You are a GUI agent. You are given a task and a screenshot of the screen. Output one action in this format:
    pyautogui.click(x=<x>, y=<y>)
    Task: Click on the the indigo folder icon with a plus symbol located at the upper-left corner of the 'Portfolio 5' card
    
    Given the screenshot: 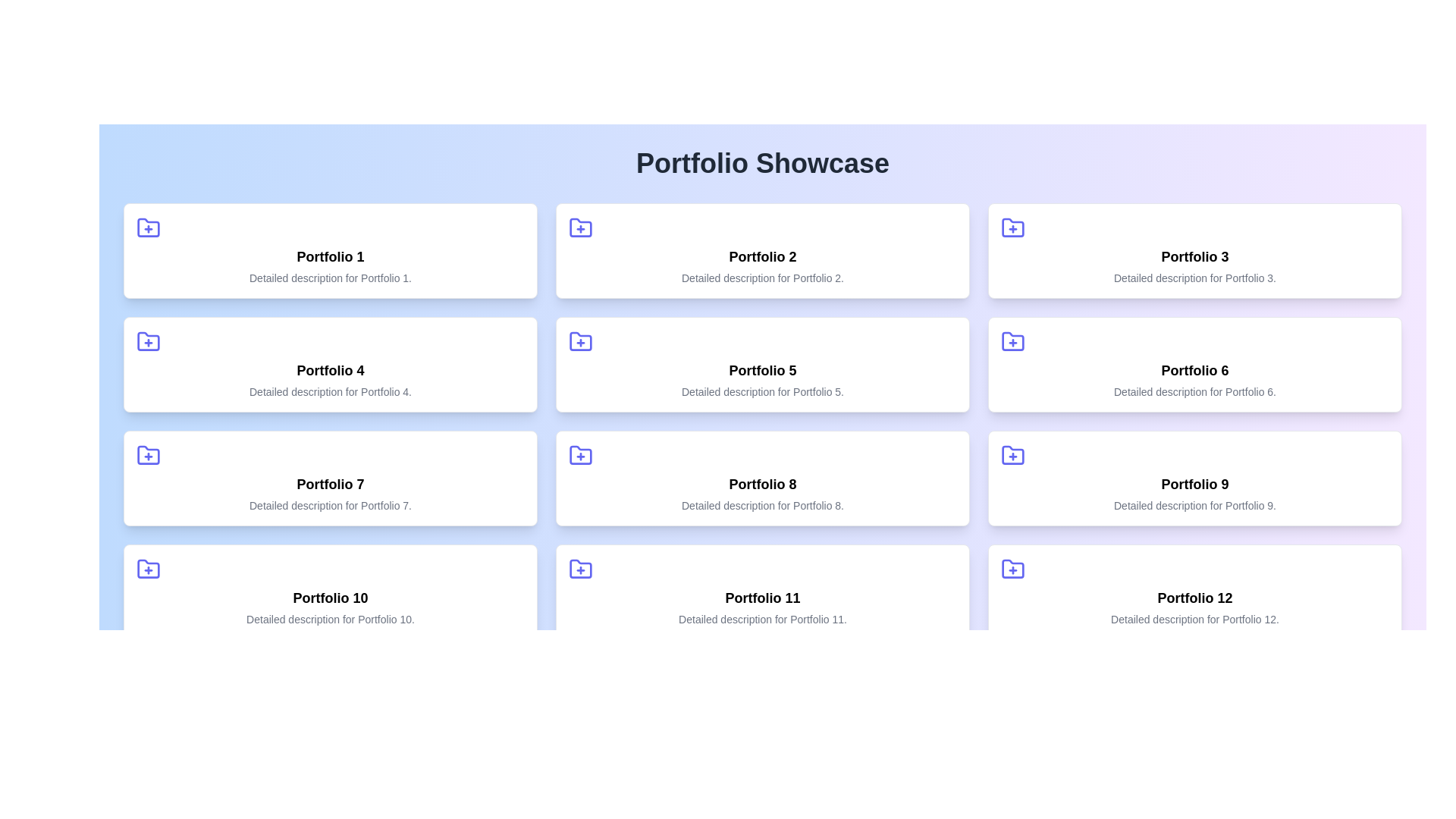 What is the action you would take?
    pyautogui.click(x=580, y=342)
    